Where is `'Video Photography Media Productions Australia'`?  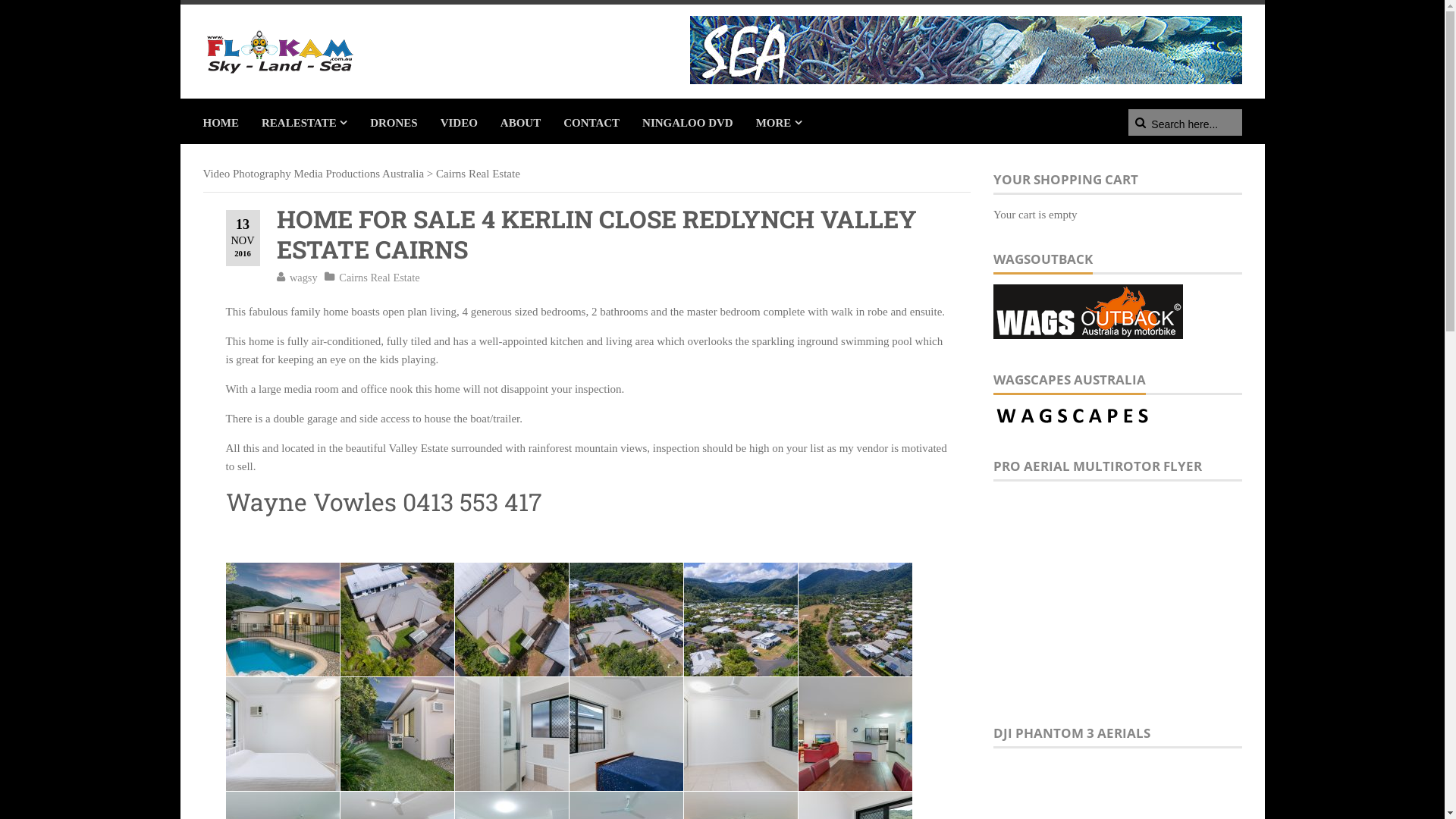 'Video Photography Media Productions Australia' is located at coordinates (312, 172).